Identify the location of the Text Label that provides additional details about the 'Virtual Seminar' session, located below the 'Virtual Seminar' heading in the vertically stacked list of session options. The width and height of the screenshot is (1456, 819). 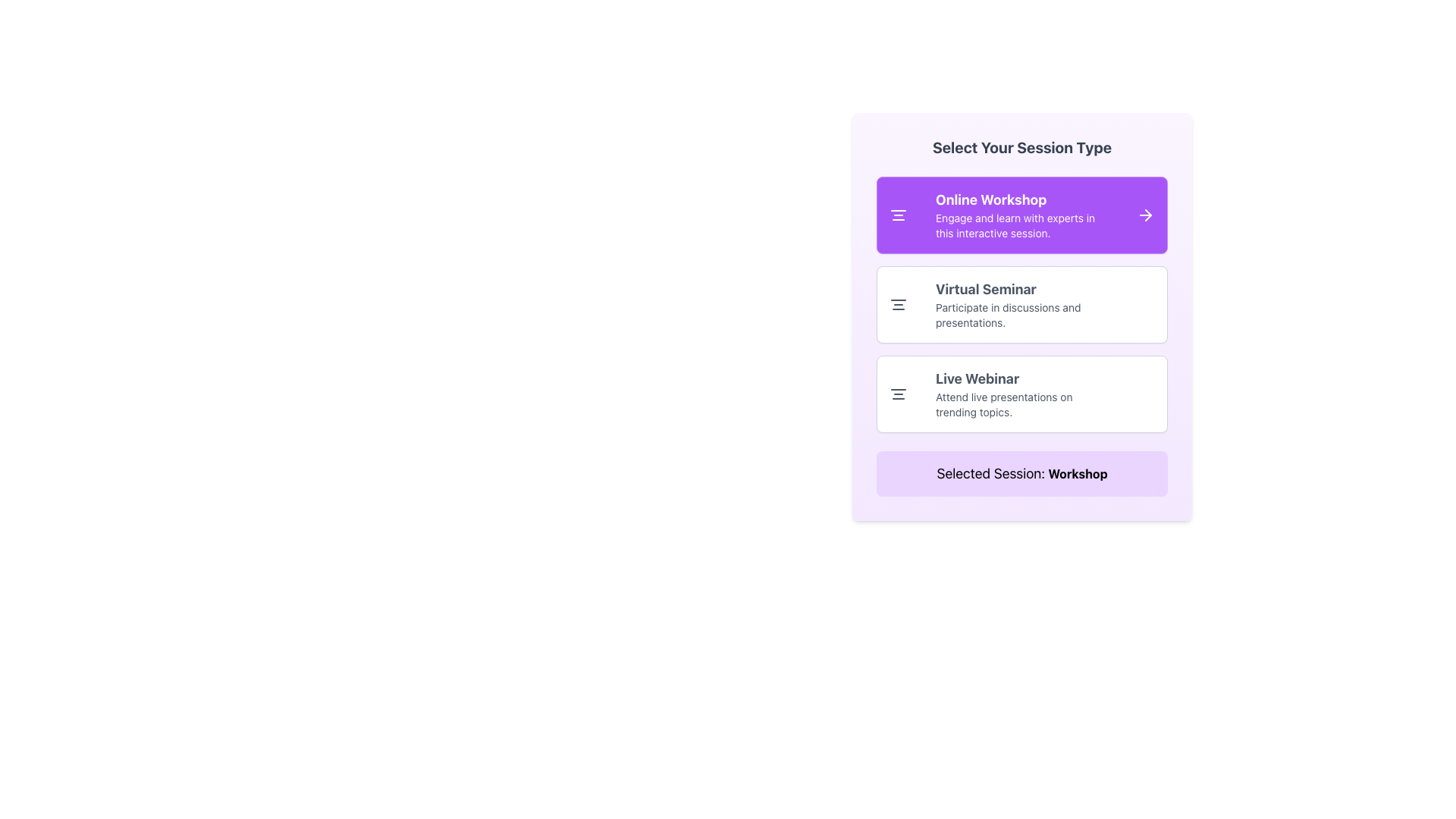
(1022, 315).